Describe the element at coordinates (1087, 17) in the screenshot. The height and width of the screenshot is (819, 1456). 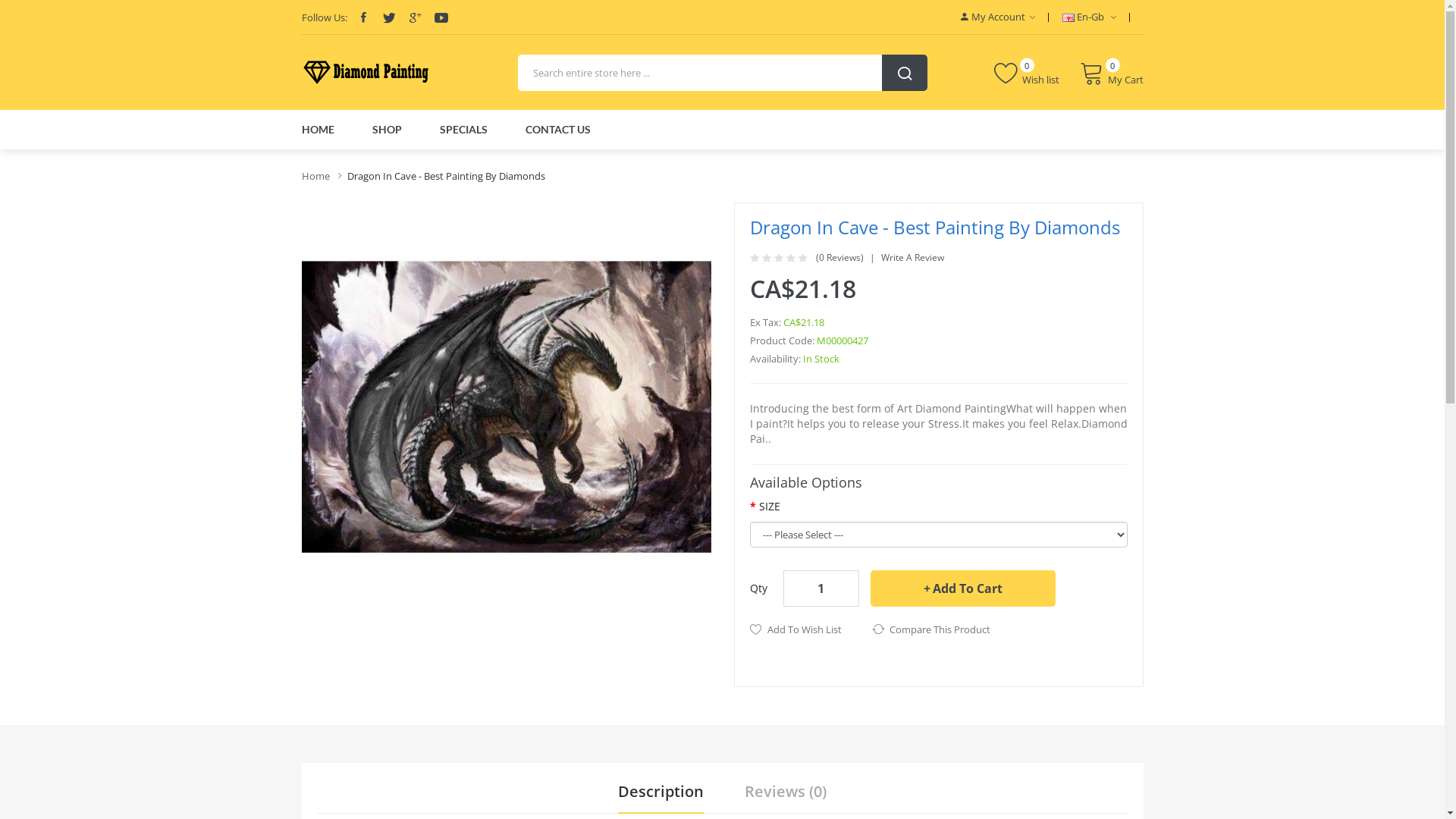
I see `'En-Gb'` at that location.